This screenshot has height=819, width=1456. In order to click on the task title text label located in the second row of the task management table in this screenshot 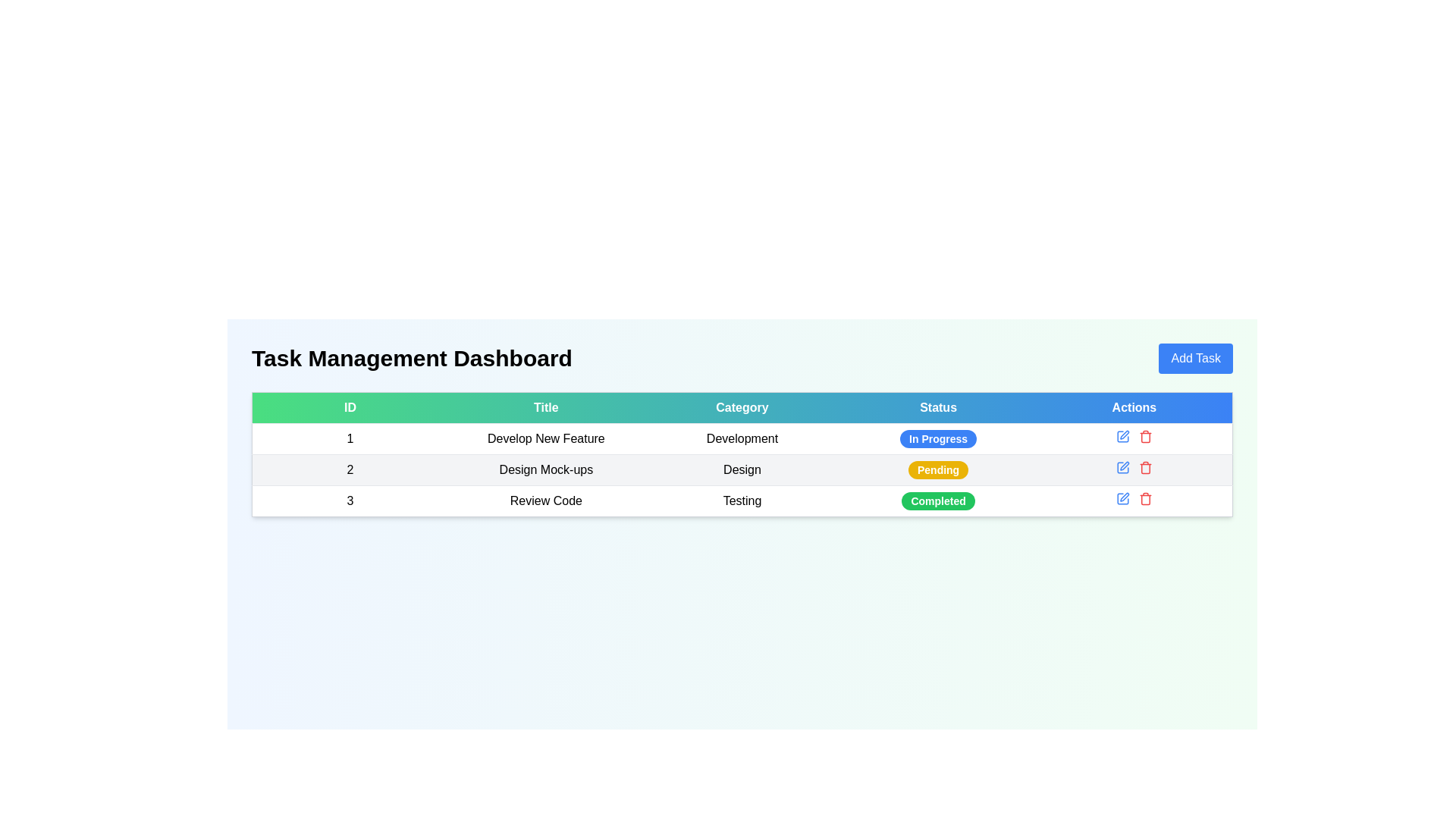, I will do `click(546, 469)`.